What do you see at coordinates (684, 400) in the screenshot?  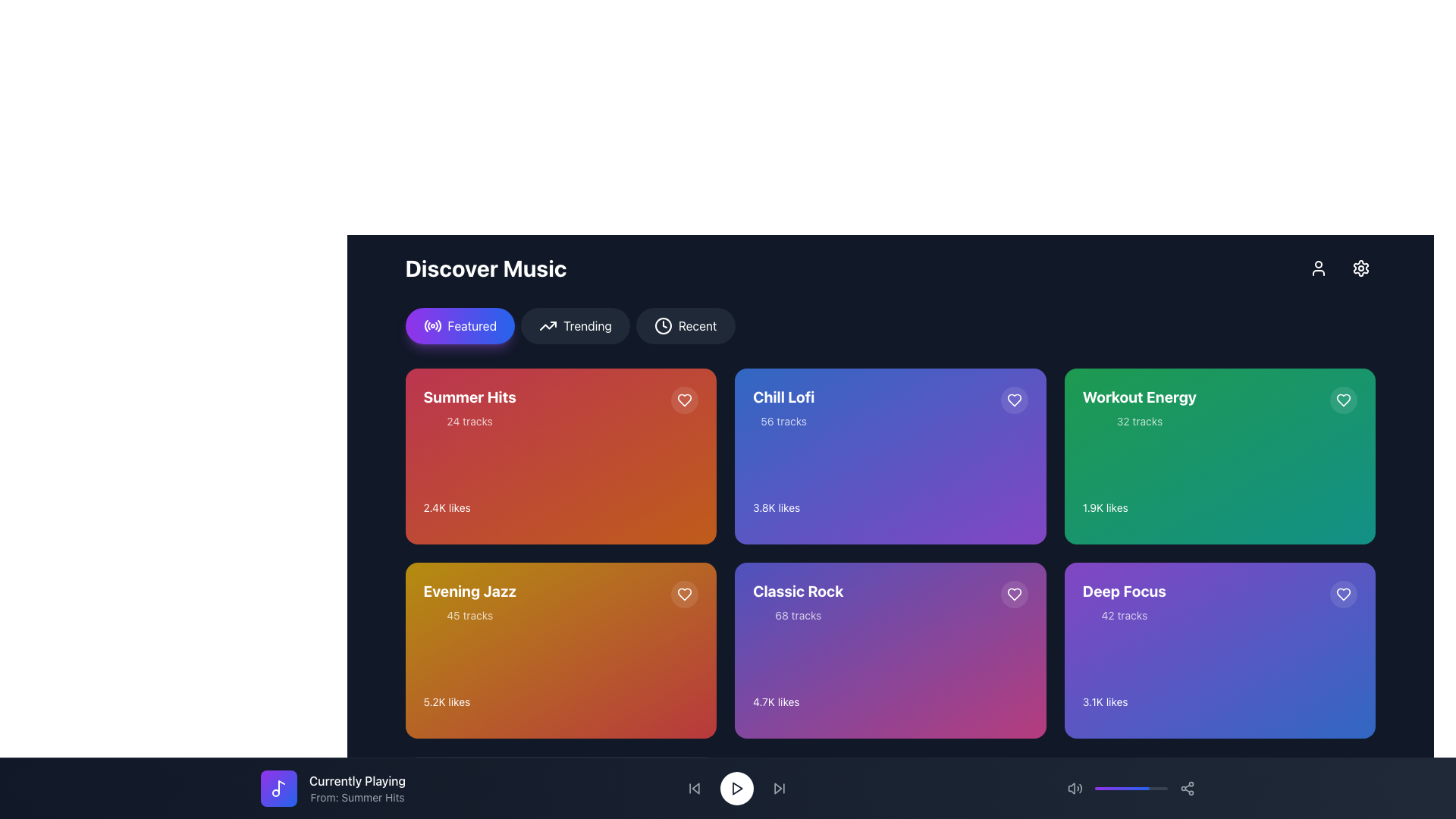 I see `the heart-shaped button with a white outline located in the top-right corner of the 'Summer Hits' card to observe the style change` at bounding box center [684, 400].